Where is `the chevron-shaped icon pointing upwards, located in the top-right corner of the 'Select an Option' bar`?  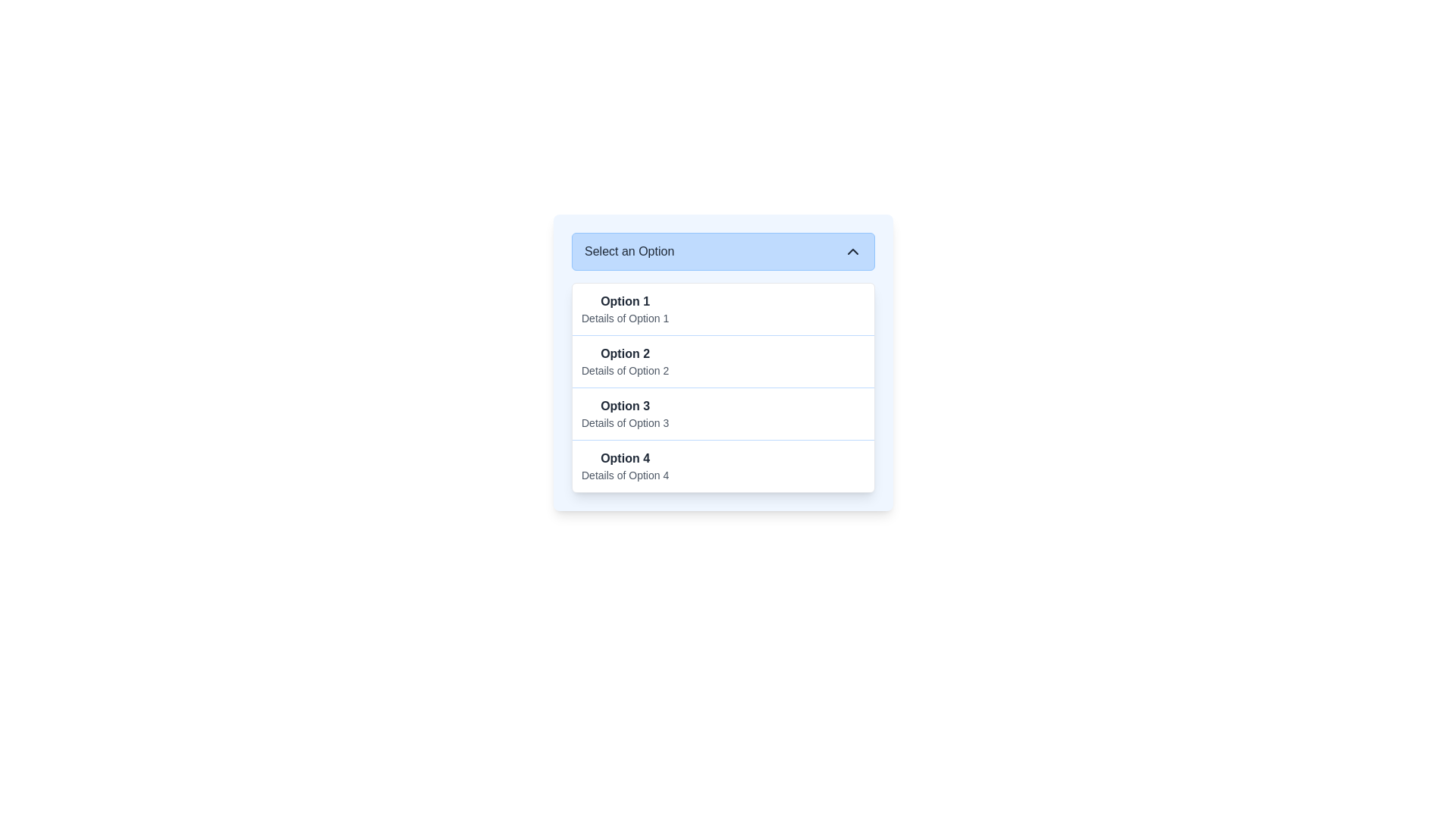 the chevron-shaped icon pointing upwards, located in the top-right corner of the 'Select an Option' bar is located at coordinates (852, 250).